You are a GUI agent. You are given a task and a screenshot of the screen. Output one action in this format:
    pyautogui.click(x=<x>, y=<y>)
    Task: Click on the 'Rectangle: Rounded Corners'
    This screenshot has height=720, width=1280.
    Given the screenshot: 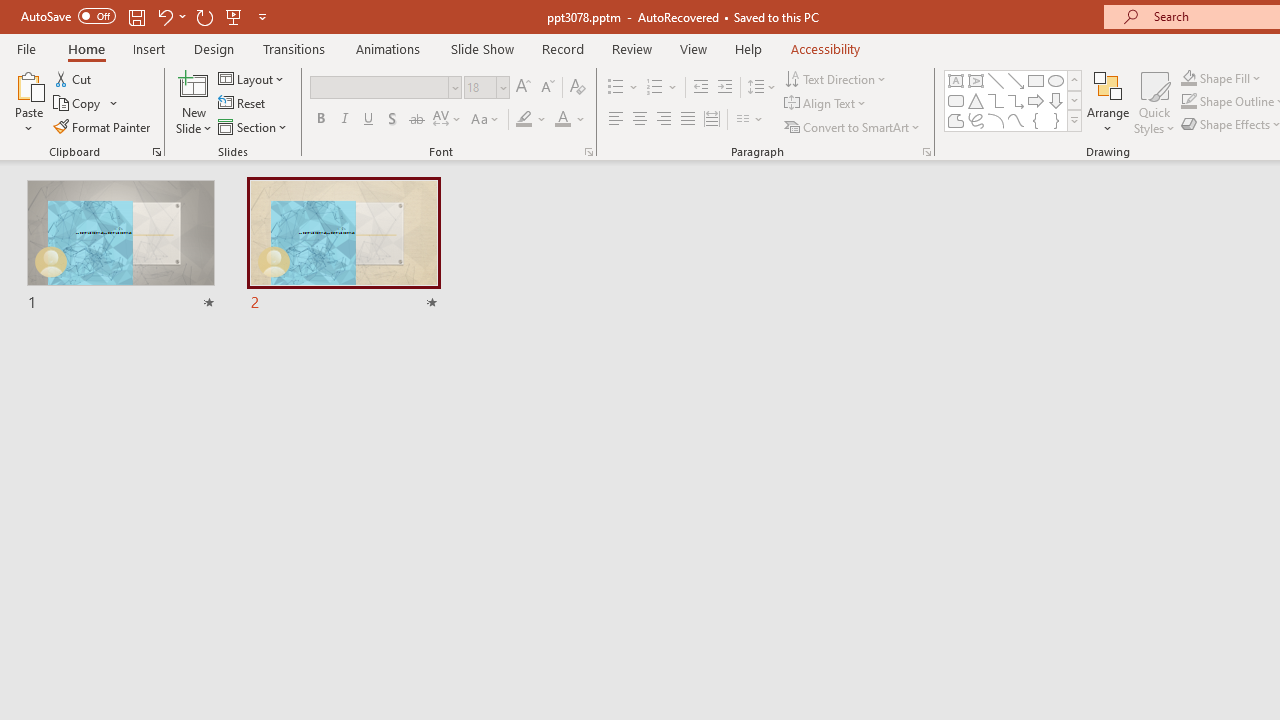 What is the action you would take?
    pyautogui.click(x=955, y=100)
    